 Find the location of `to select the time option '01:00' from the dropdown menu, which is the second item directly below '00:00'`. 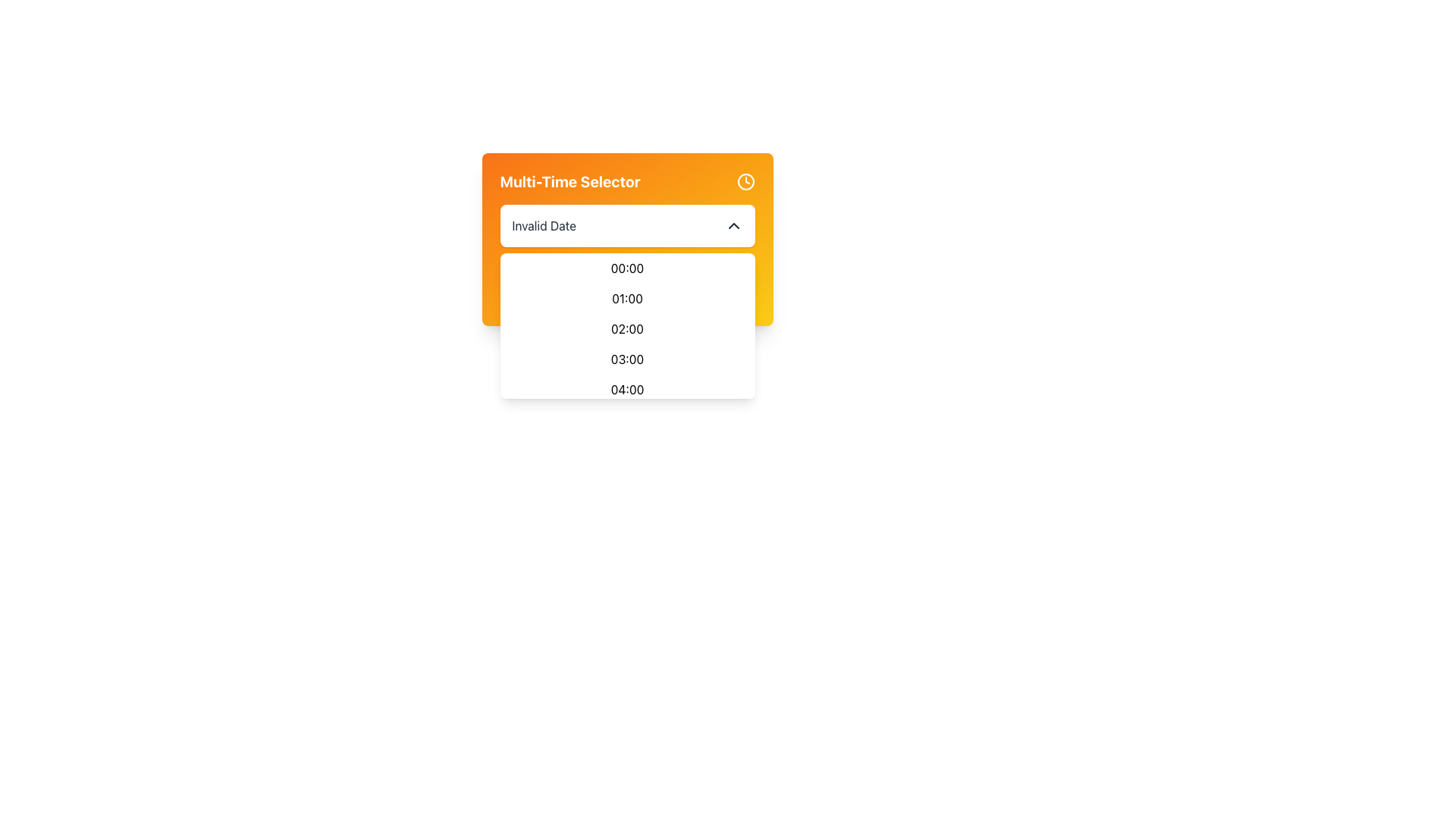

to select the time option '01:00' from the dropdown menu, which is the second item directly below '00:00' is located at coordinates (627, 298).